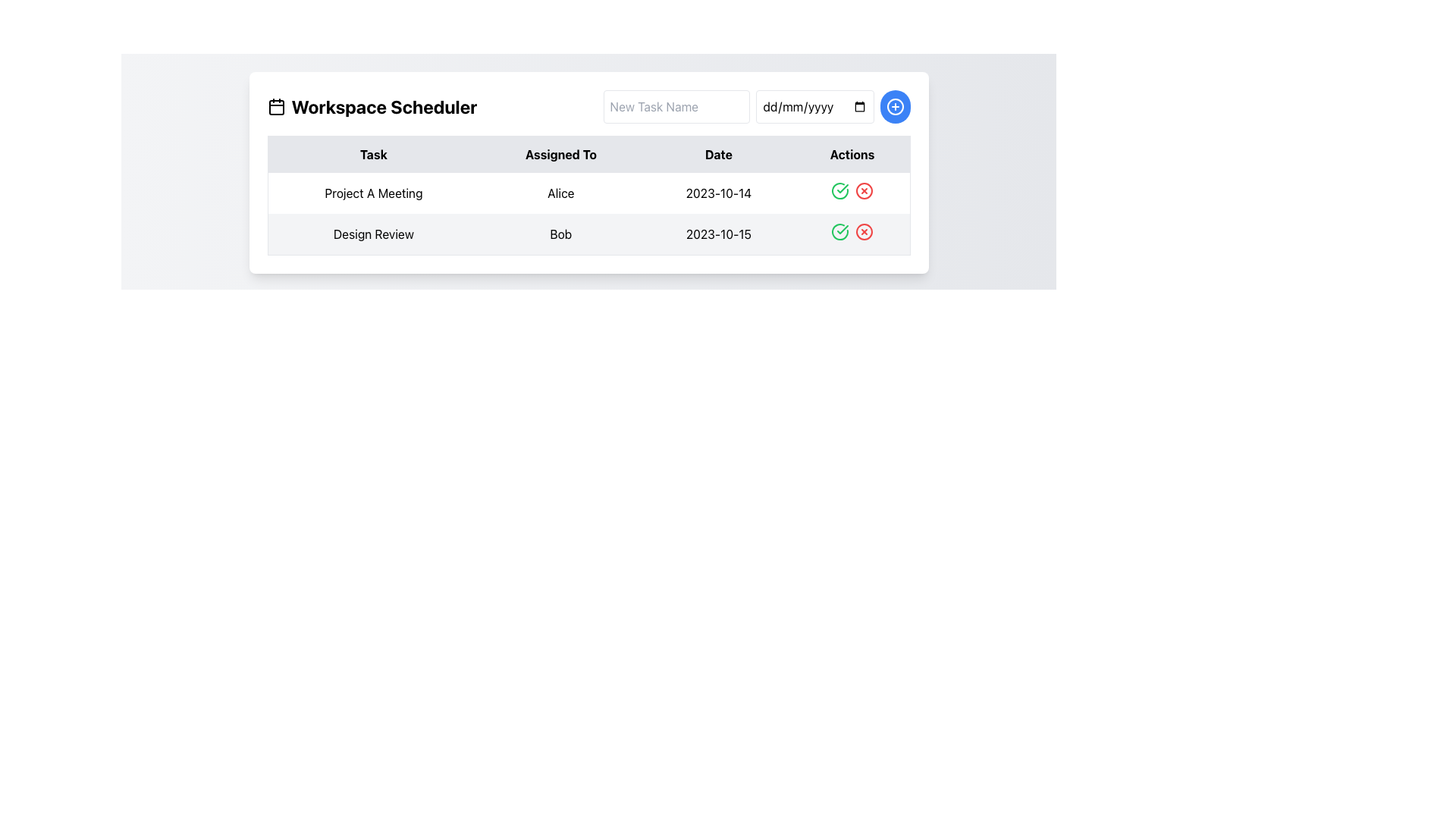 The image size is (1456, 819). I want to click on the label for the task titled 'Project A Meeting', which is positioned under the 'Task' column and adjacent to 'Alice' in the 'Assigned To' column, so click(373, 192).